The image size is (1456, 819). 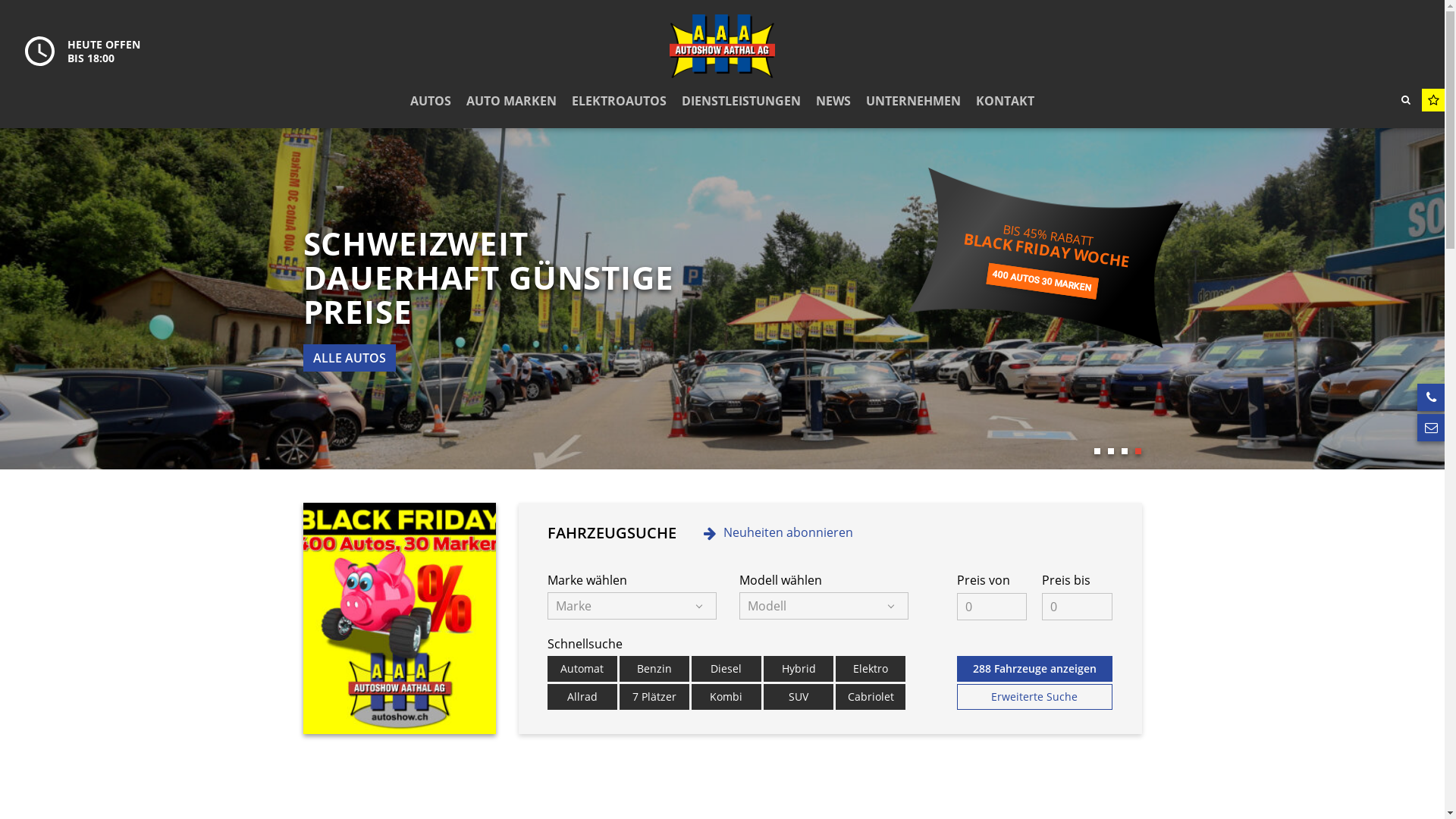 I want to click on 'HEUTE OFFEN, so click(x=82, y=51).